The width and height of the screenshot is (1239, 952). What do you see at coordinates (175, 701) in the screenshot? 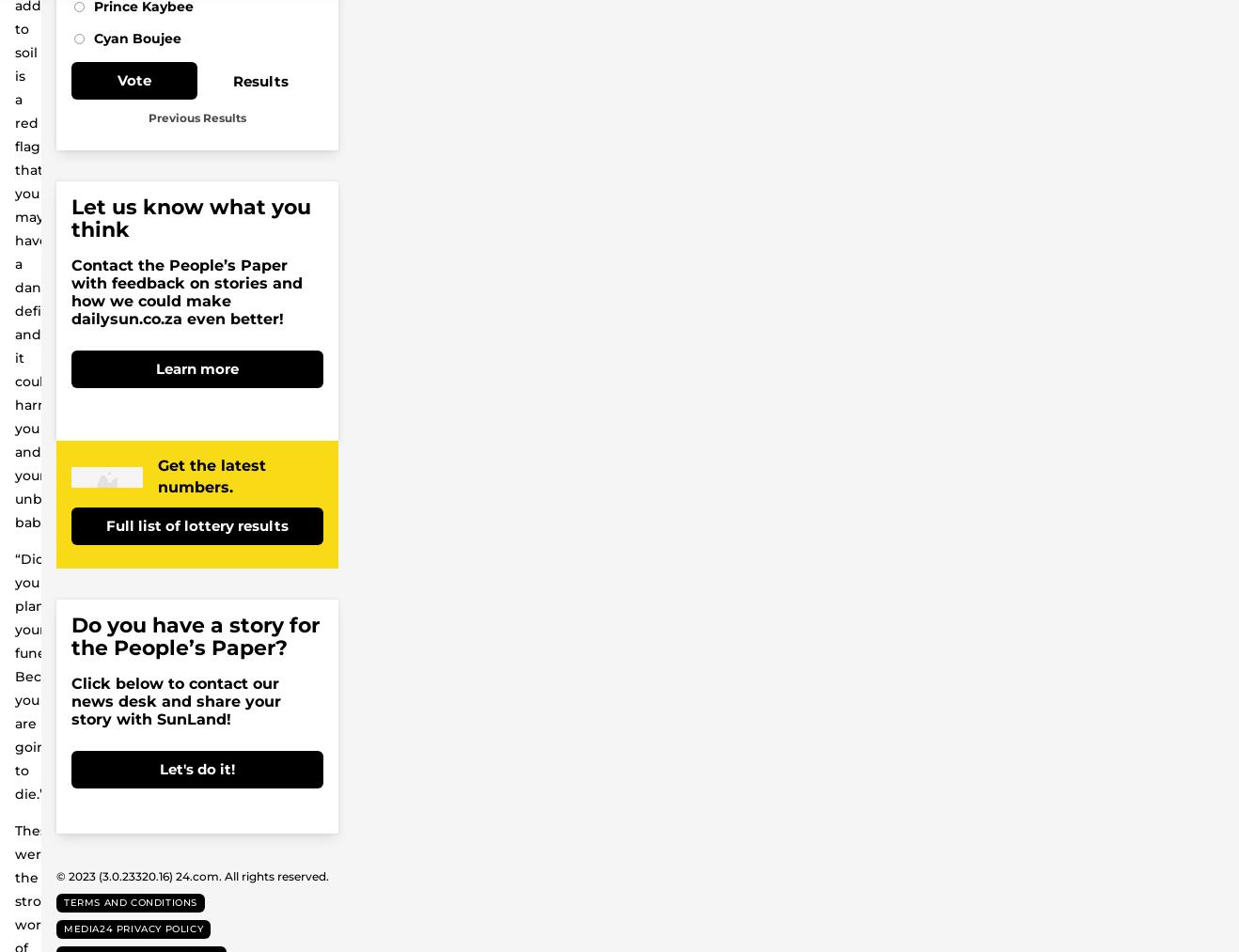
I see `'Click below to contact our news desk and share your story with SunLand!'` at bounding box center [175, 701].